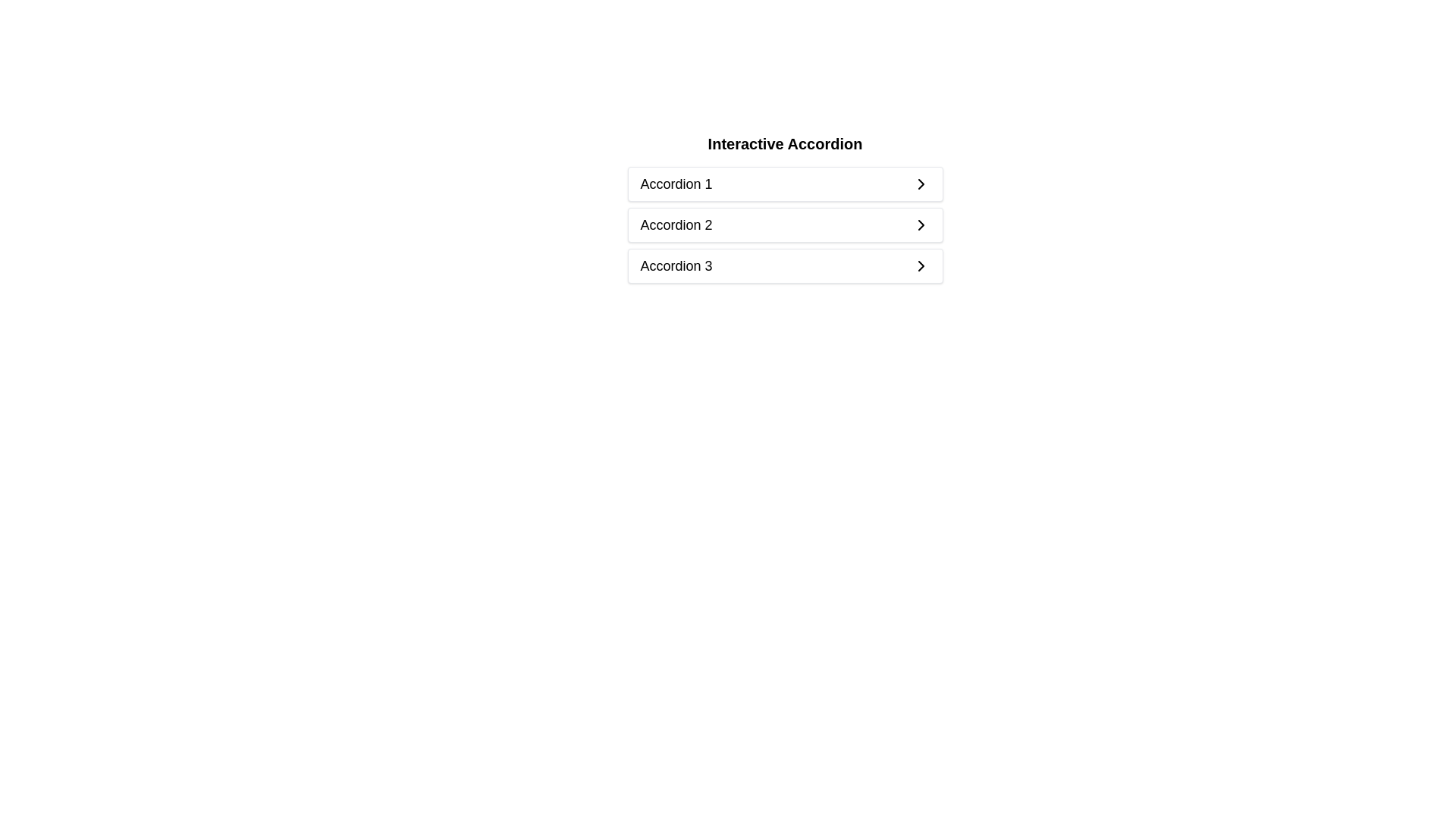  Describe the element at coordinates (920, 265) in the screenshot. I see `the rightward-pointing chevron icon in the 'Accordion 3' section` at that location.